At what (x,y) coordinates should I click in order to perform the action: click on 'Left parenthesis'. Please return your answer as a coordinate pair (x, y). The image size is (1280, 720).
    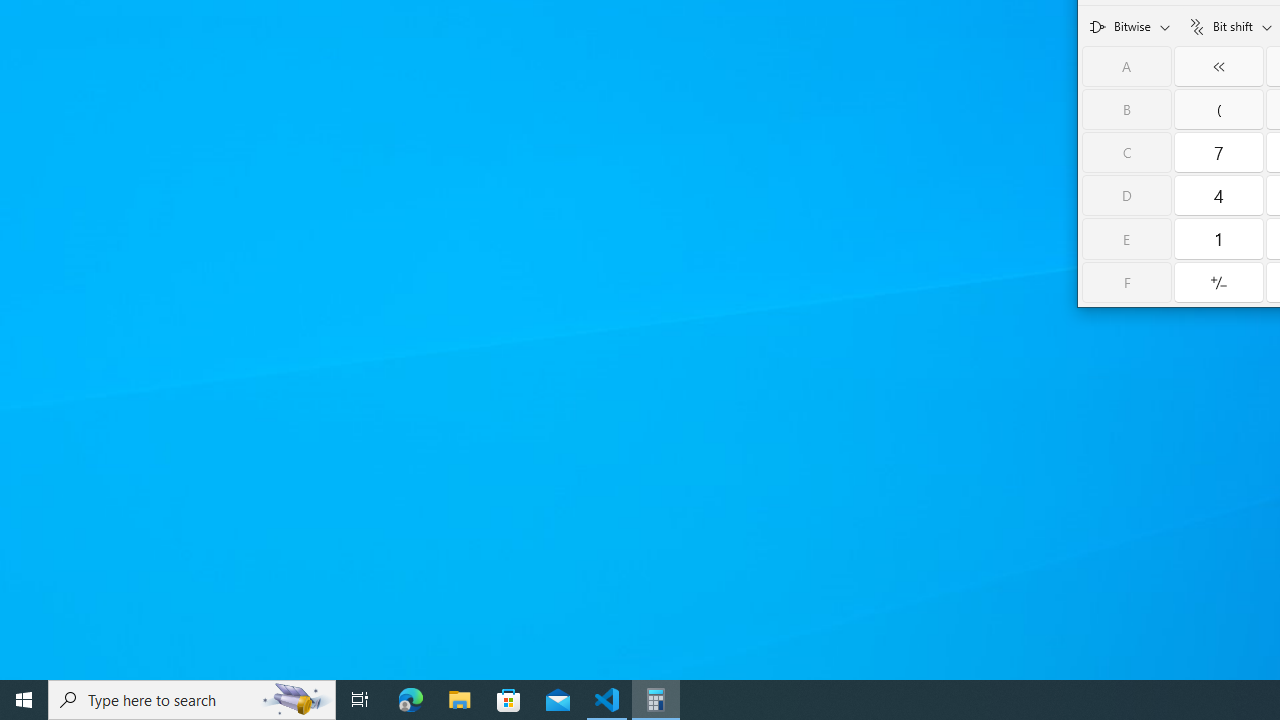
    Looking at the image, I should click on (1218, 109).